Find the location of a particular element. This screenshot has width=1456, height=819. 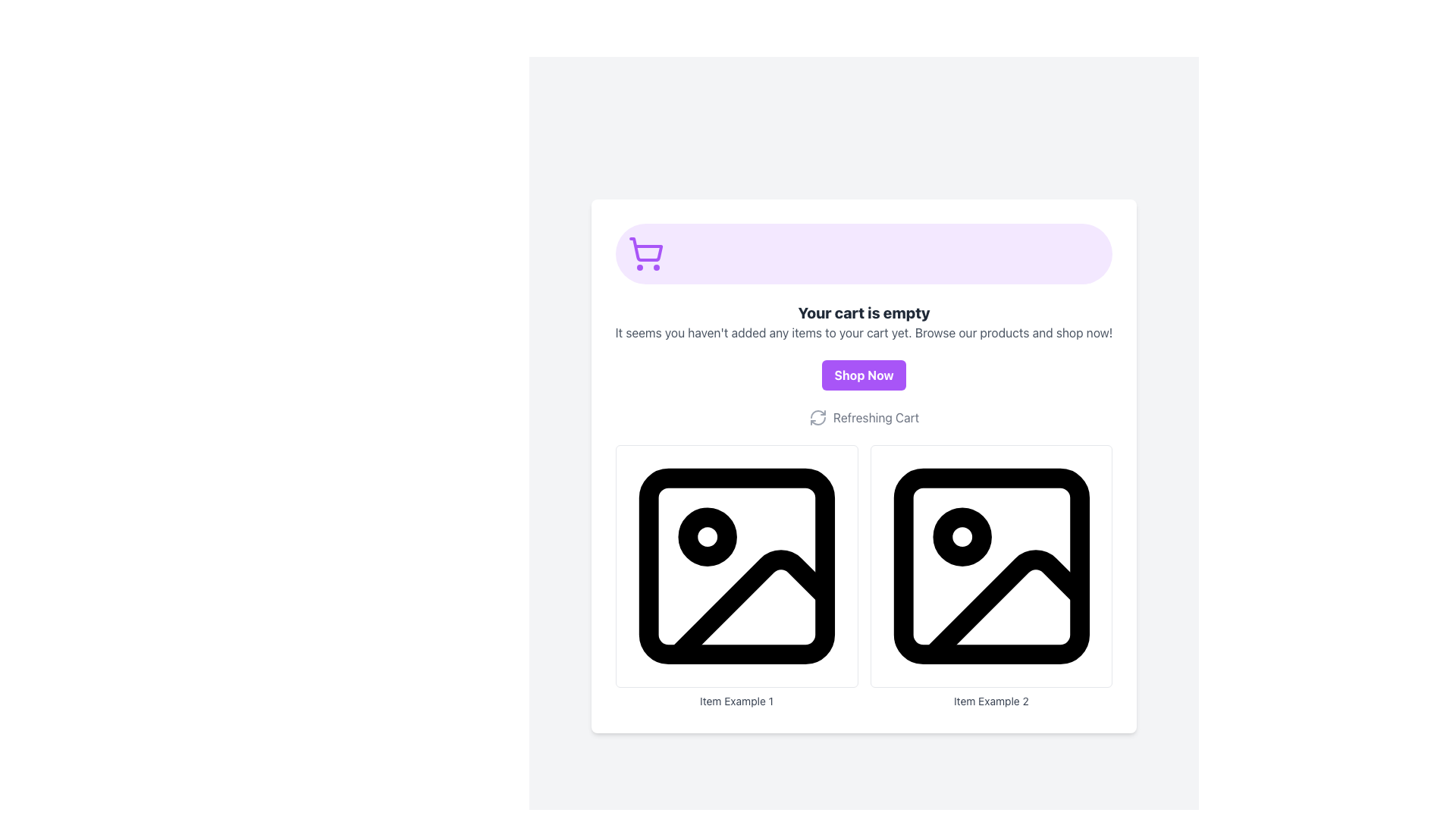

the small circular shape with a black outer border and white fill located at the top-left corner of the image icon in 'Item Example 2' in the product display grid is located at coordinates (961, 536).